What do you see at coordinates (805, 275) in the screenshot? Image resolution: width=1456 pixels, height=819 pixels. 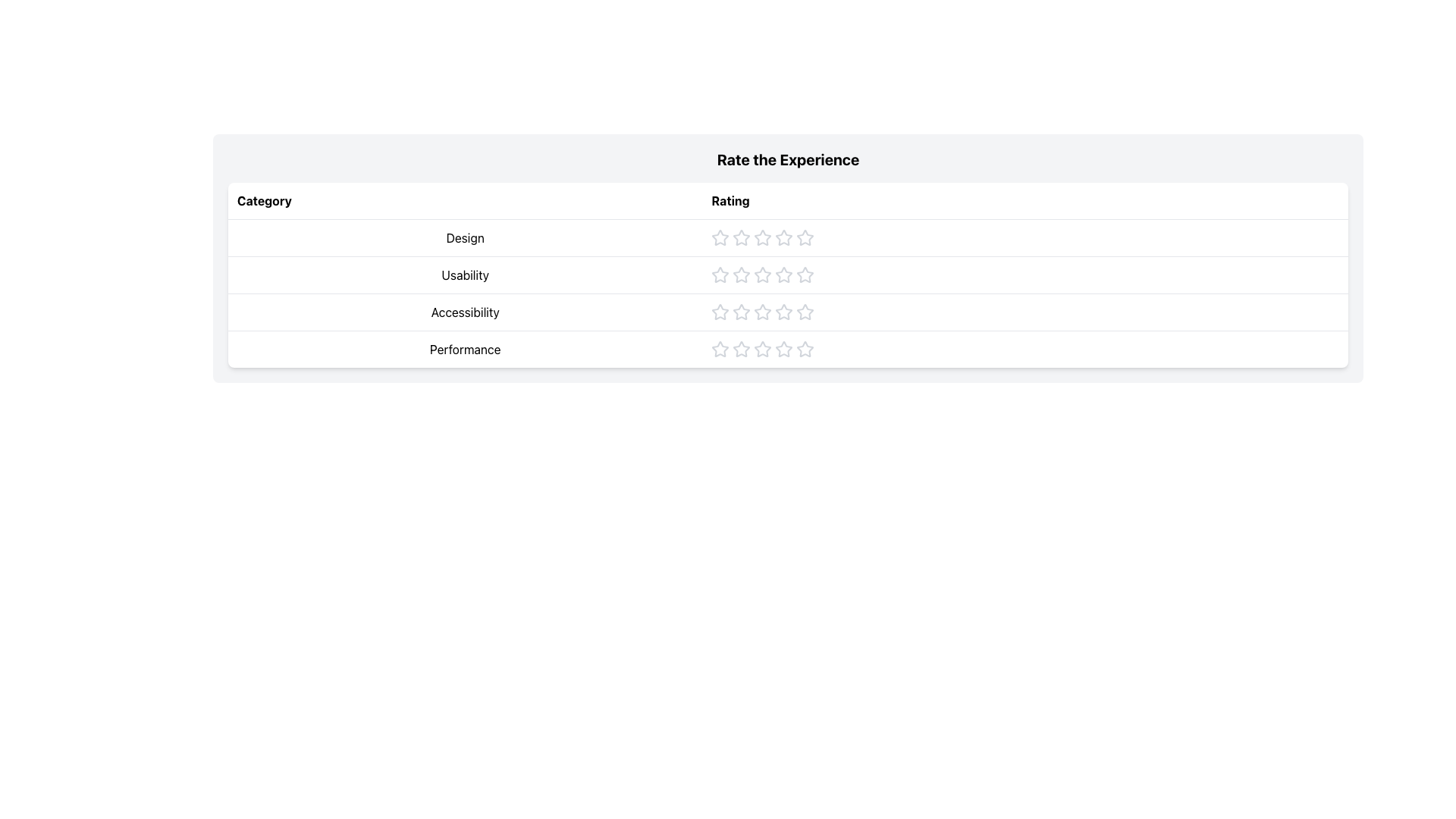 I see `the third star icon in the 'Usability' row under the 'Rate the Experience' table` at bounding box center [805, 275].